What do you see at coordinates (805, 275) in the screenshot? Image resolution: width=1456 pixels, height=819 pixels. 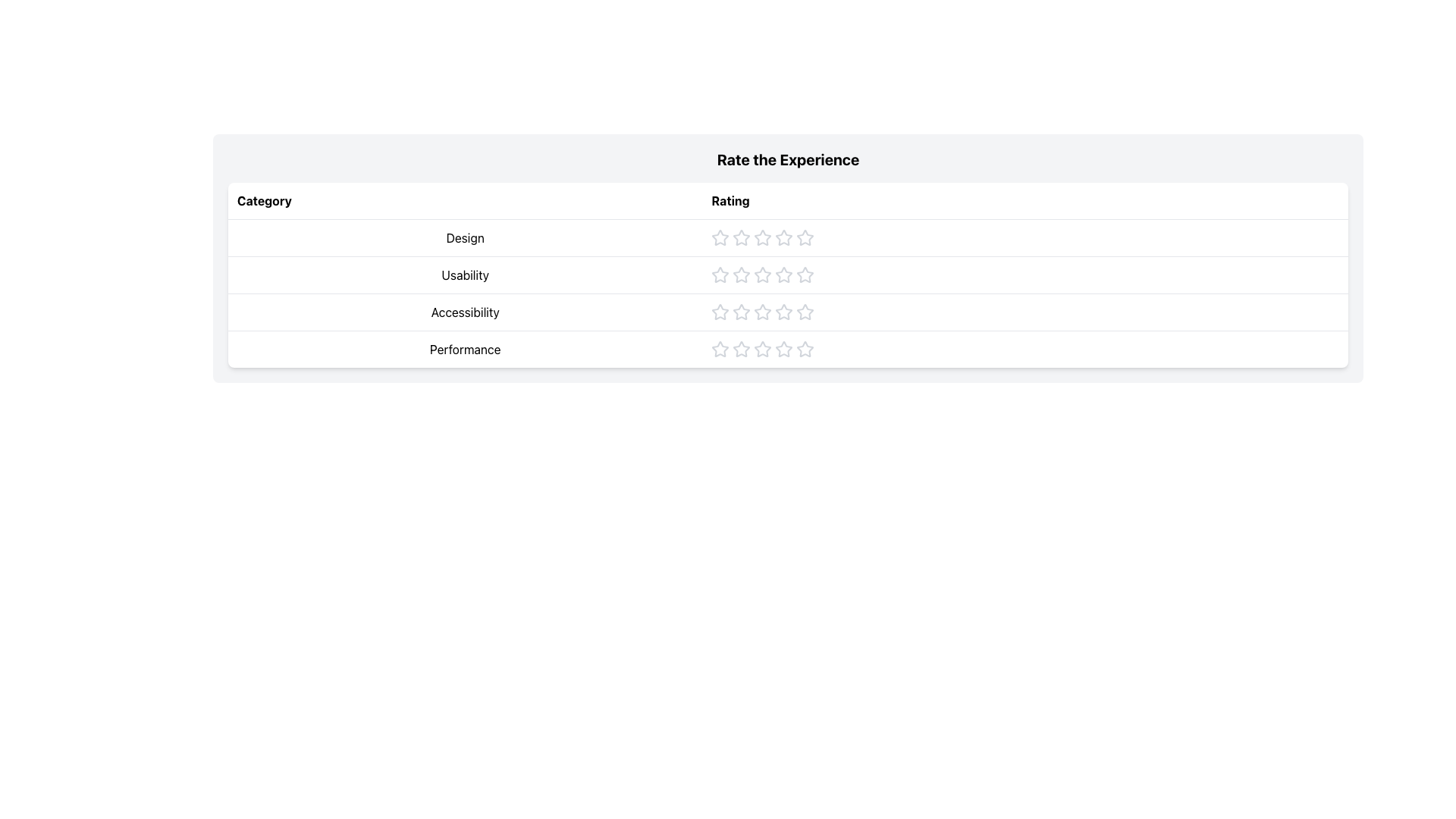 I see `the third star icon in the 'Usability' row under the 'Rate the Experience' table` at bounding box center [805, 275].